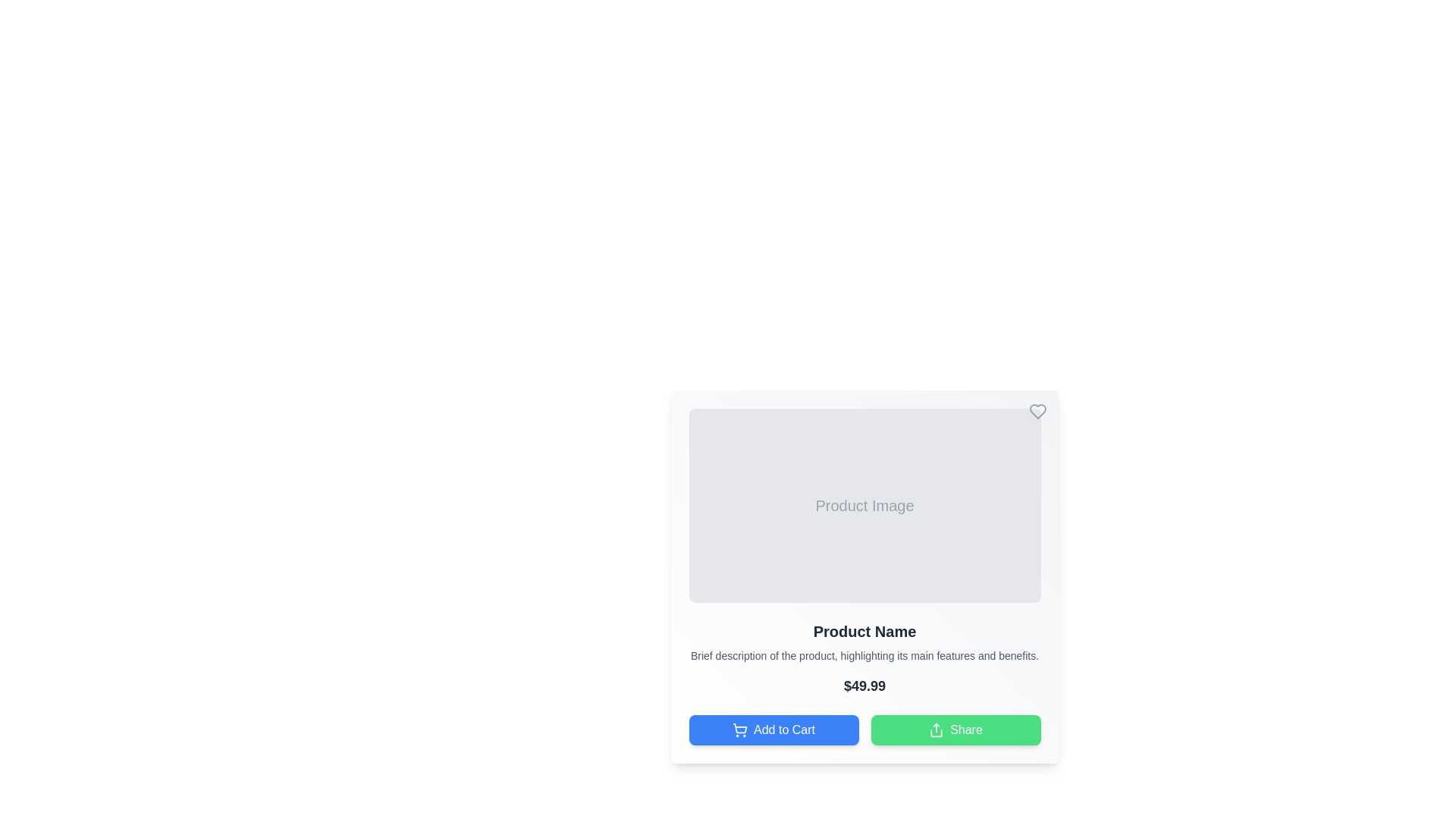 Image resolution: width=1456 pixels, height=819 pixels. What do you see at coordinates (936, 730) in the screenshot?
I see `the share icon, which is an upward arrow inside a green button labeled 'Share' located at the bottom-right of the product card` at bounding box center [936, 730].